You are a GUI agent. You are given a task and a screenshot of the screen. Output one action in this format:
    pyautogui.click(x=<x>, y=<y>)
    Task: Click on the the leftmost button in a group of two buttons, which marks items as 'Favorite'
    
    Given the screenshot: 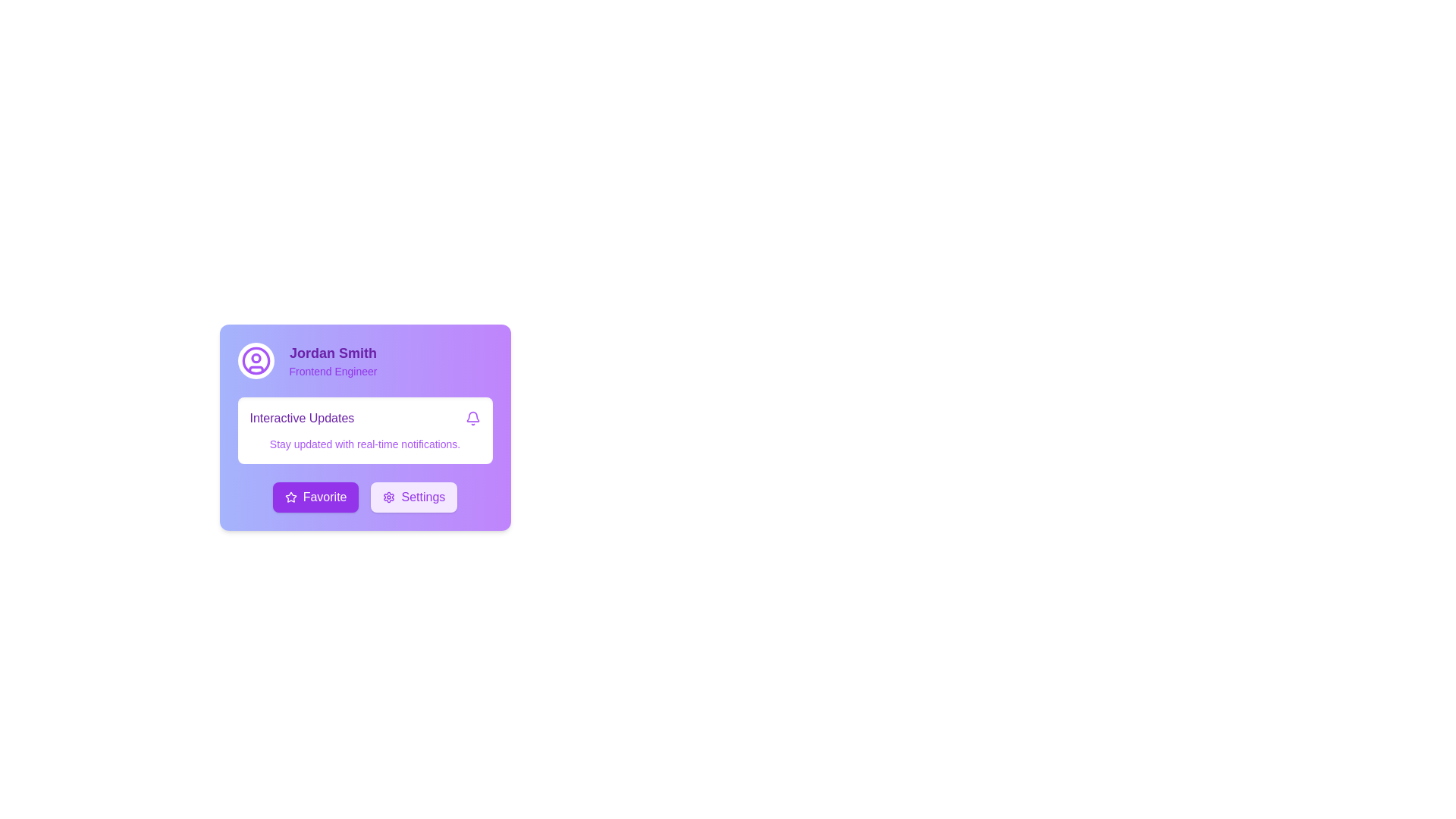 What is the action you would take?
    pyautogui.click(x=315, y=497)
    